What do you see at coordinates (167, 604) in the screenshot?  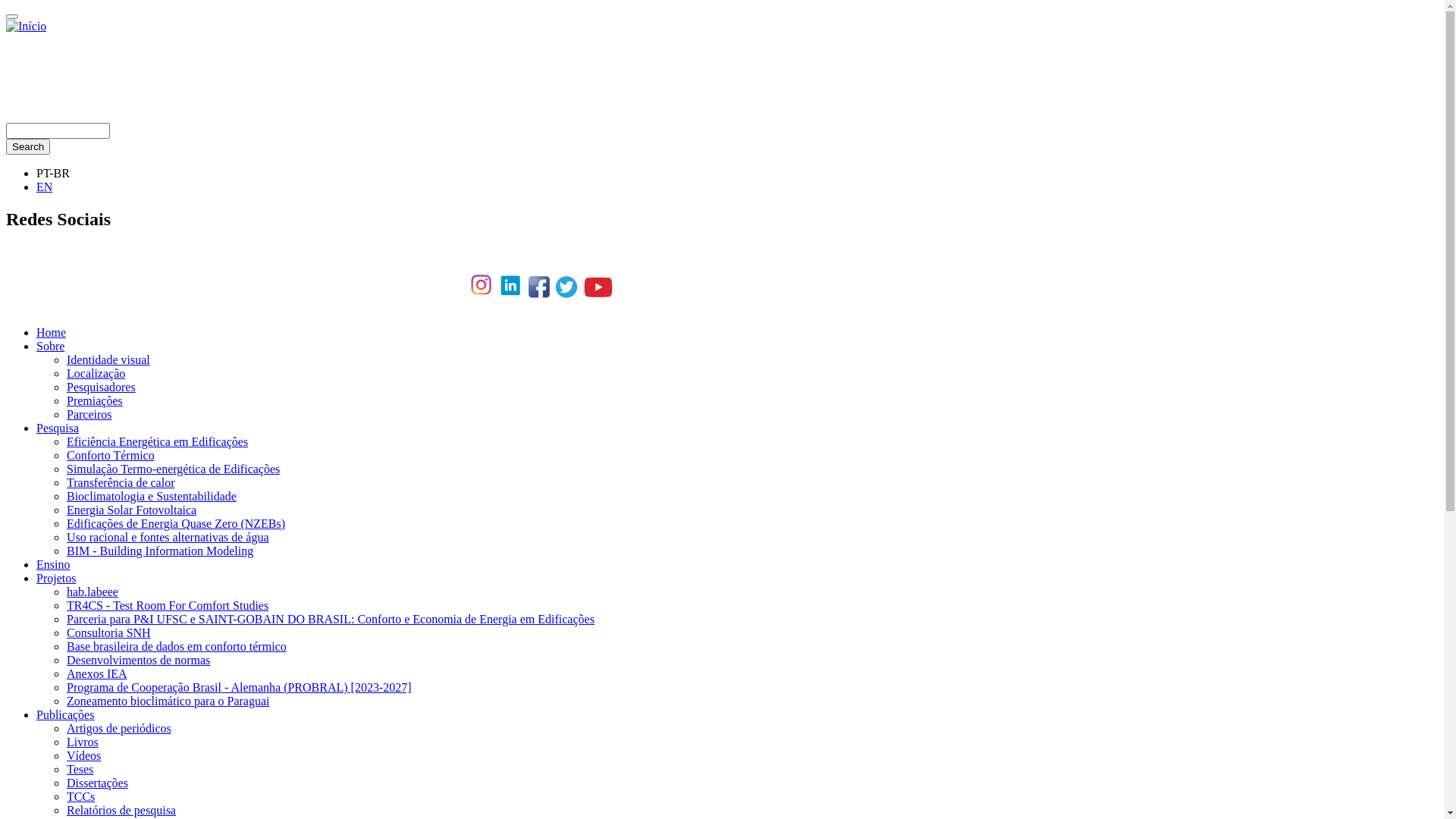 I see `'TR4CS - Test Room For Comfort Studies'` at bounding box center [167, 604].